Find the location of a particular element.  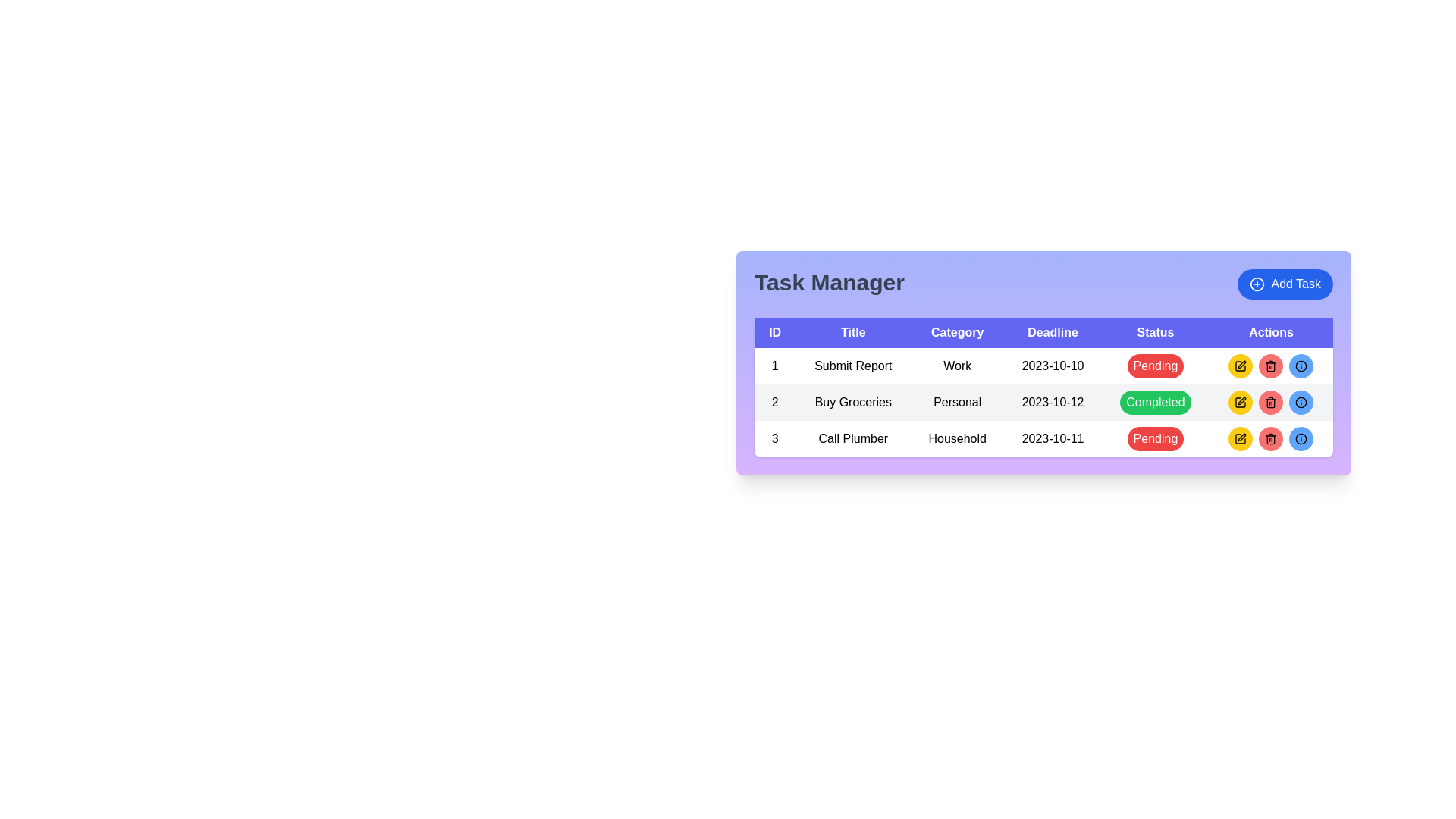

the text label displaying 'Work' in the third column of the task management interface, which is part of the first data row for the task titled 'Submit Report' is located at coordinates (956, 366).